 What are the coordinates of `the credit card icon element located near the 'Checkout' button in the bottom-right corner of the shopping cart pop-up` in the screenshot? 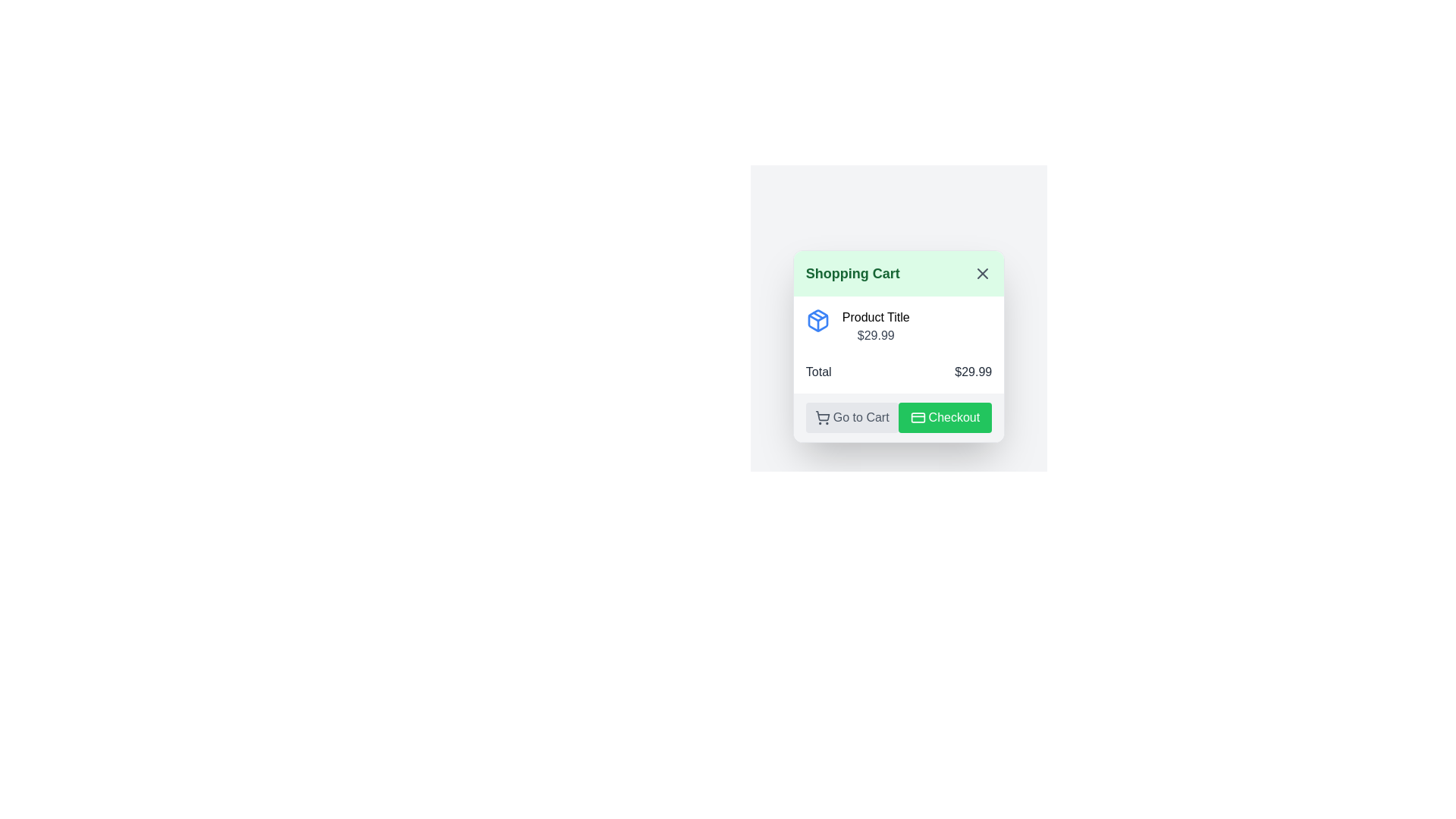 It's located at (917, 418).